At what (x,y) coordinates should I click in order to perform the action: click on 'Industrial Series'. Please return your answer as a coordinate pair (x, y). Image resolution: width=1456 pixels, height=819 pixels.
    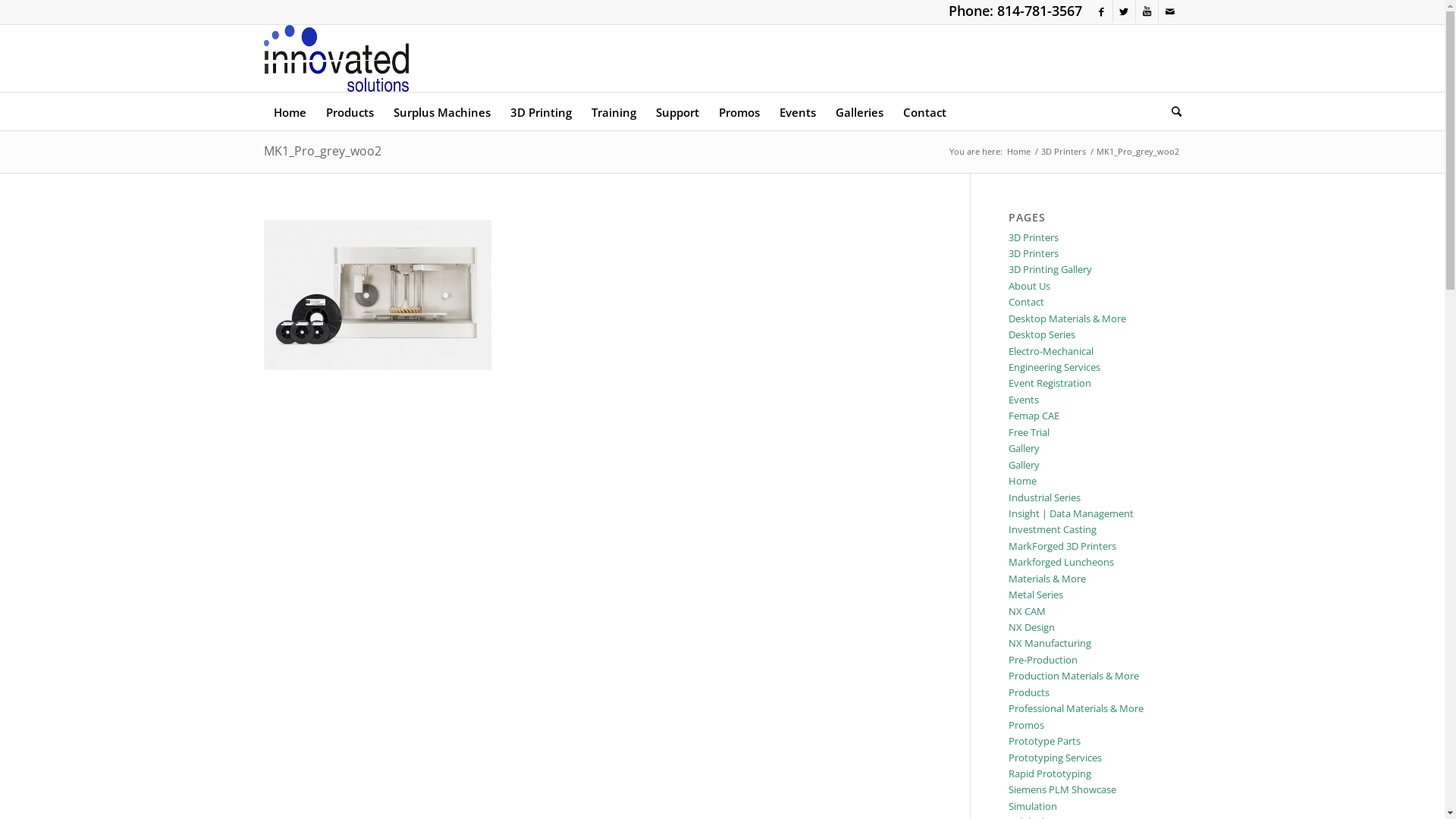
    Looking at the image, I should click on (1043, 497).